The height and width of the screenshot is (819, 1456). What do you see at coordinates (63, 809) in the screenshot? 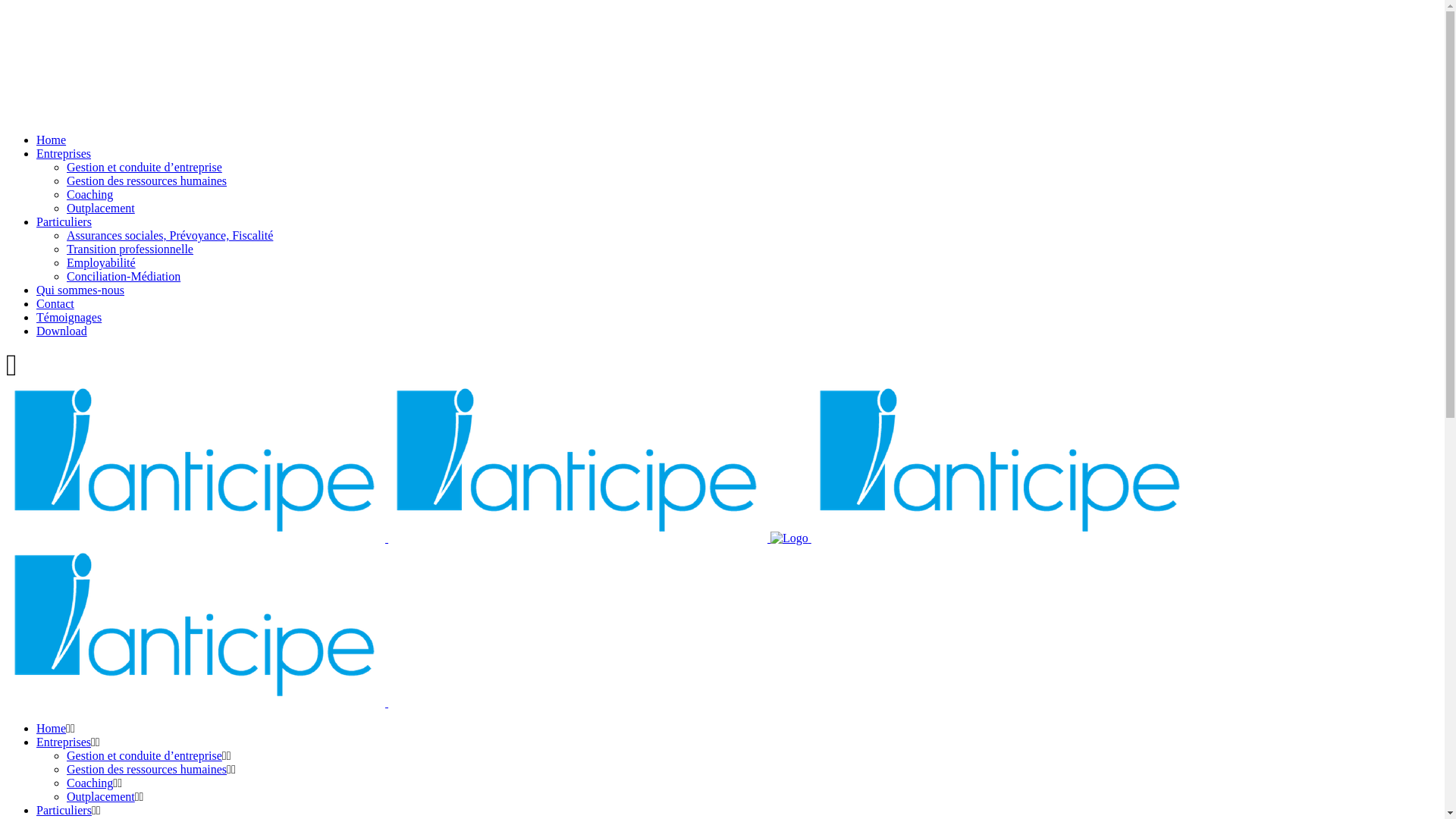
I see `'Particuliers'` at bounding box center [63, 809].